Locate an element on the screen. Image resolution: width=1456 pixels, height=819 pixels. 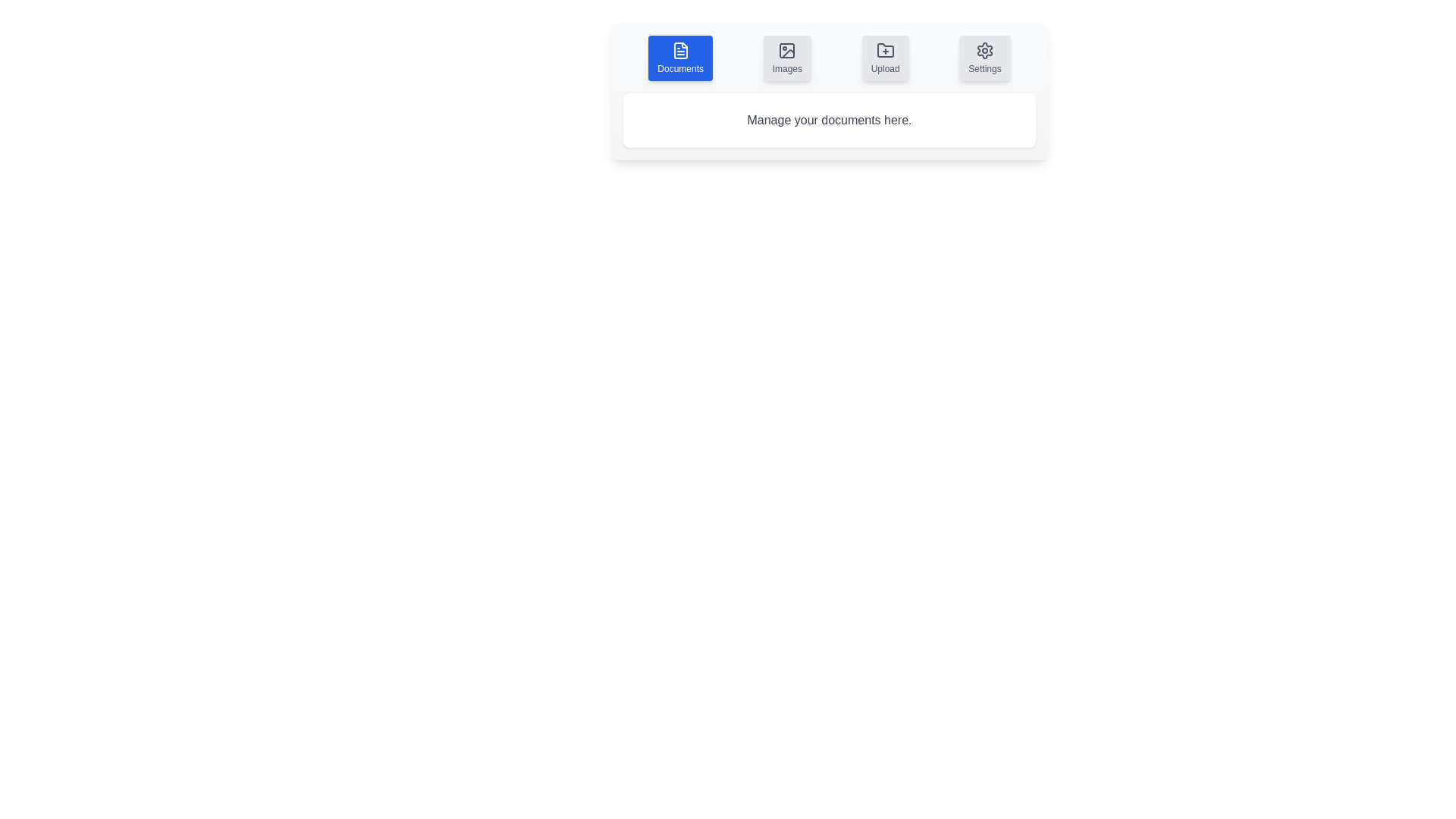
the tab button corresponding to Images to switch to that tab is located at coordinates (787, 58).